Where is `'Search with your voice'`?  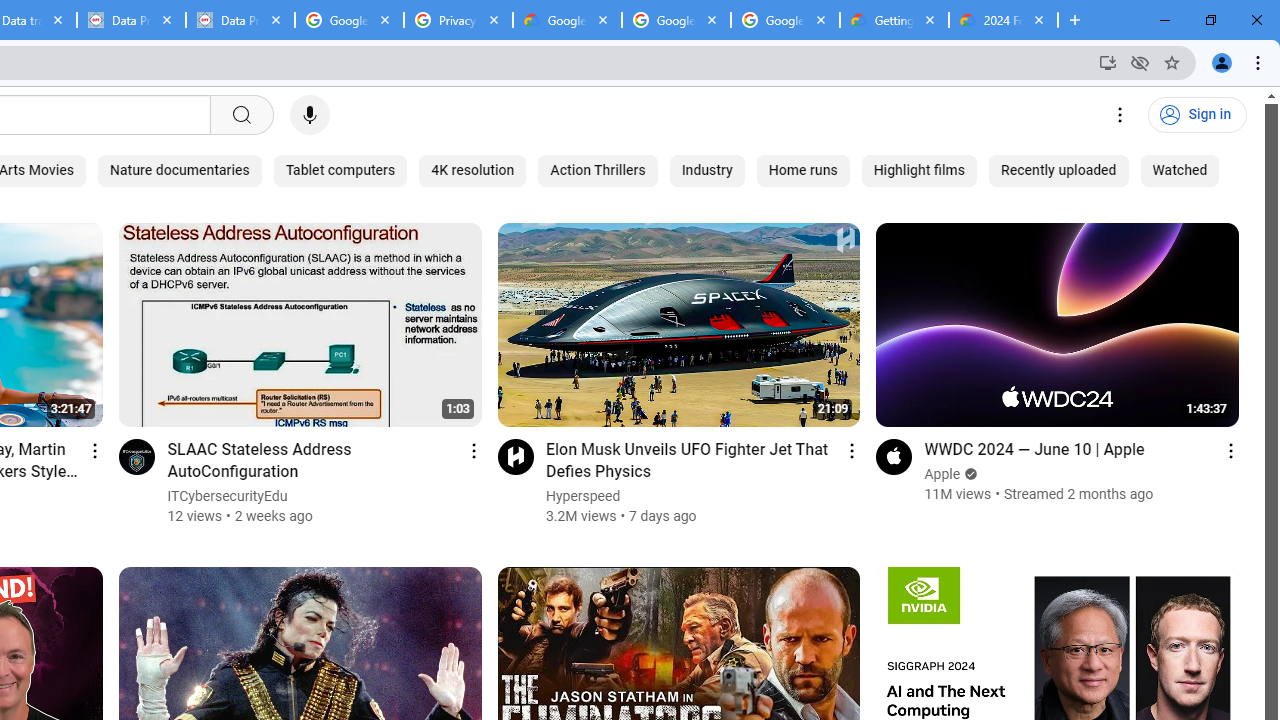
'Search with your voice' is located at coordinates (308, 115).